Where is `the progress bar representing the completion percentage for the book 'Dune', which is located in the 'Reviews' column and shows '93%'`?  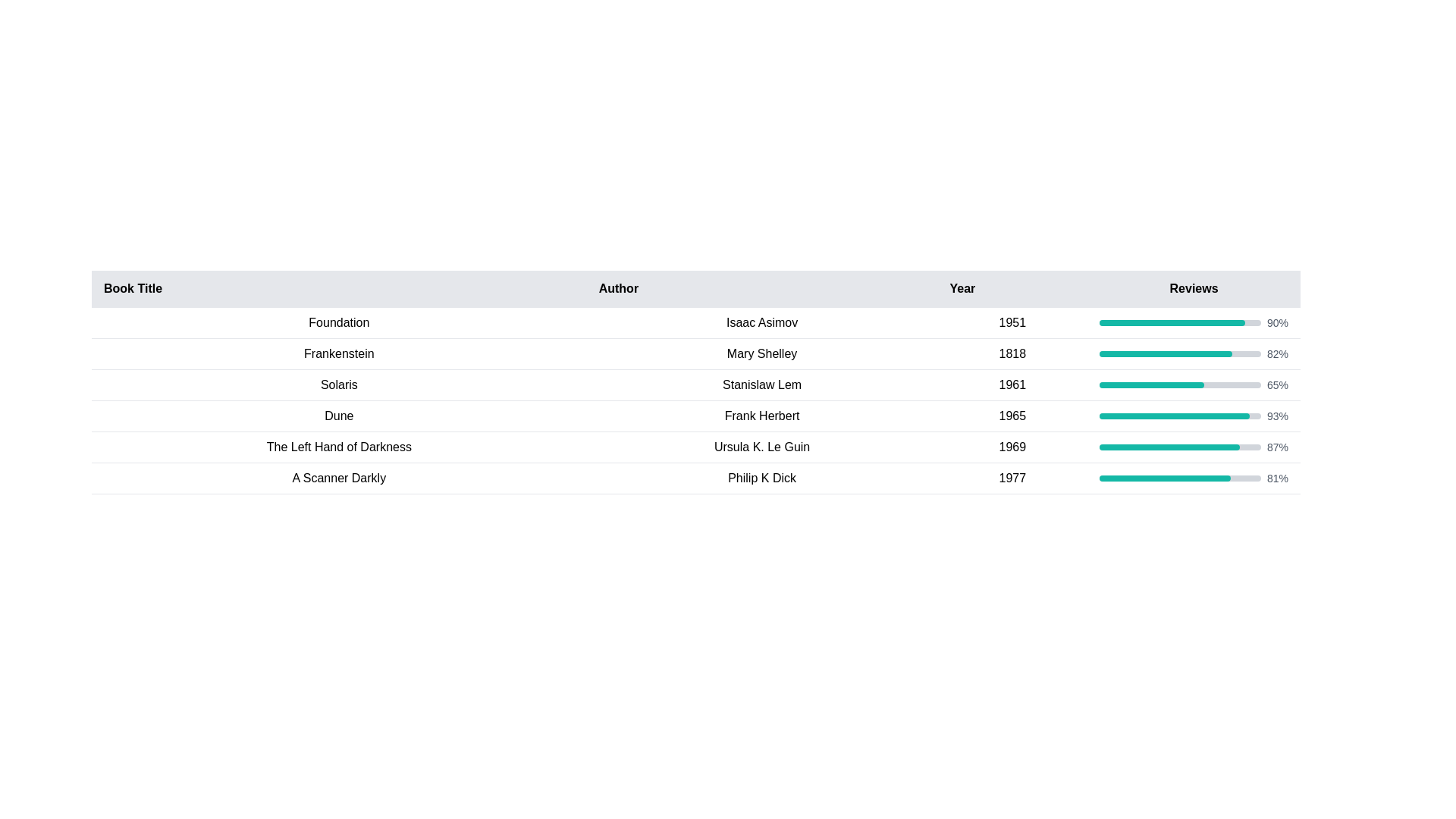 the progress bar representing the completion percentage for the book 'Dune', which is located in the 'Reviews' column and shows '93%' is located at coordinates (1179, 416).